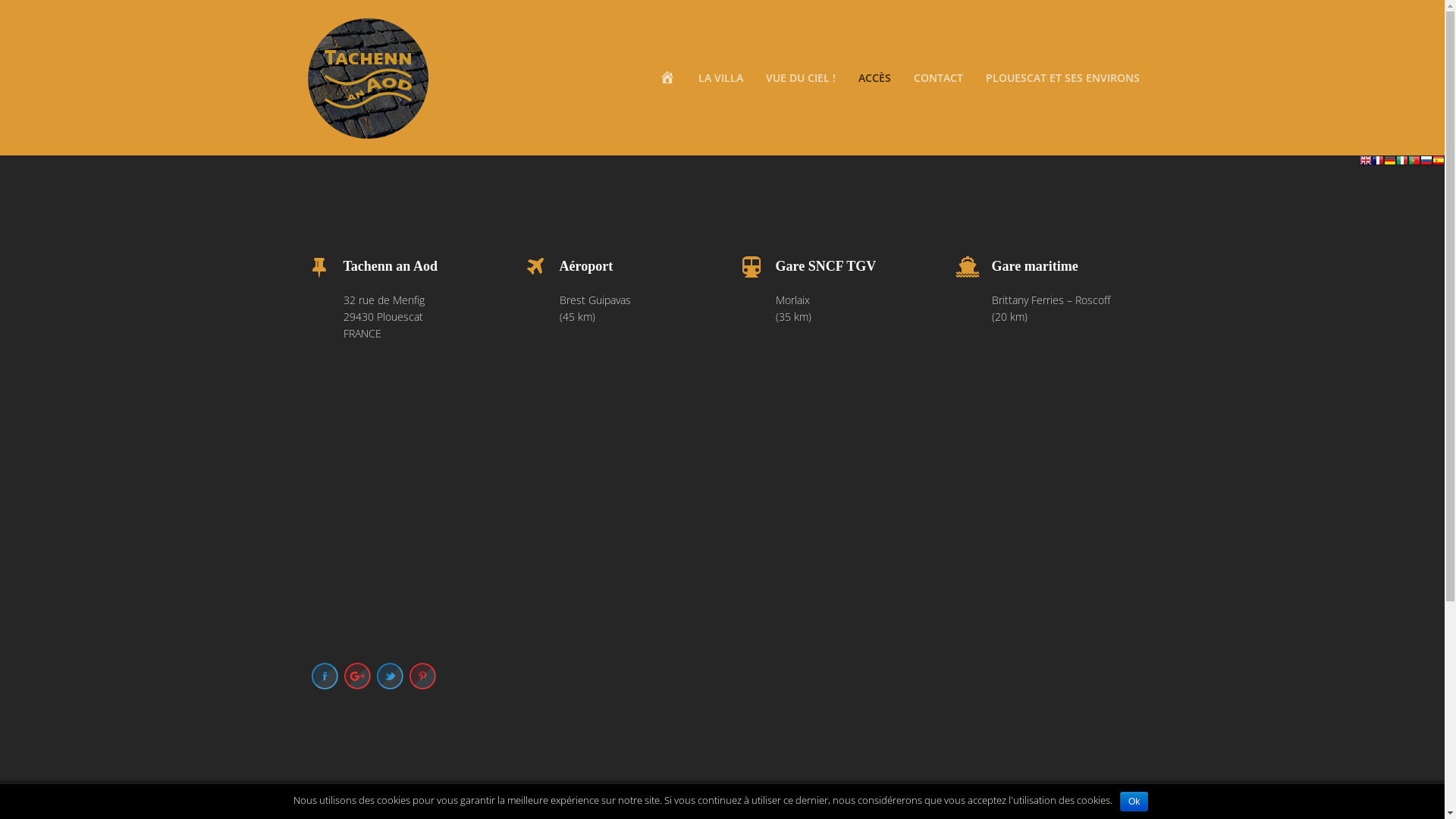  I want to click on 'Google+', so click(356, 675).